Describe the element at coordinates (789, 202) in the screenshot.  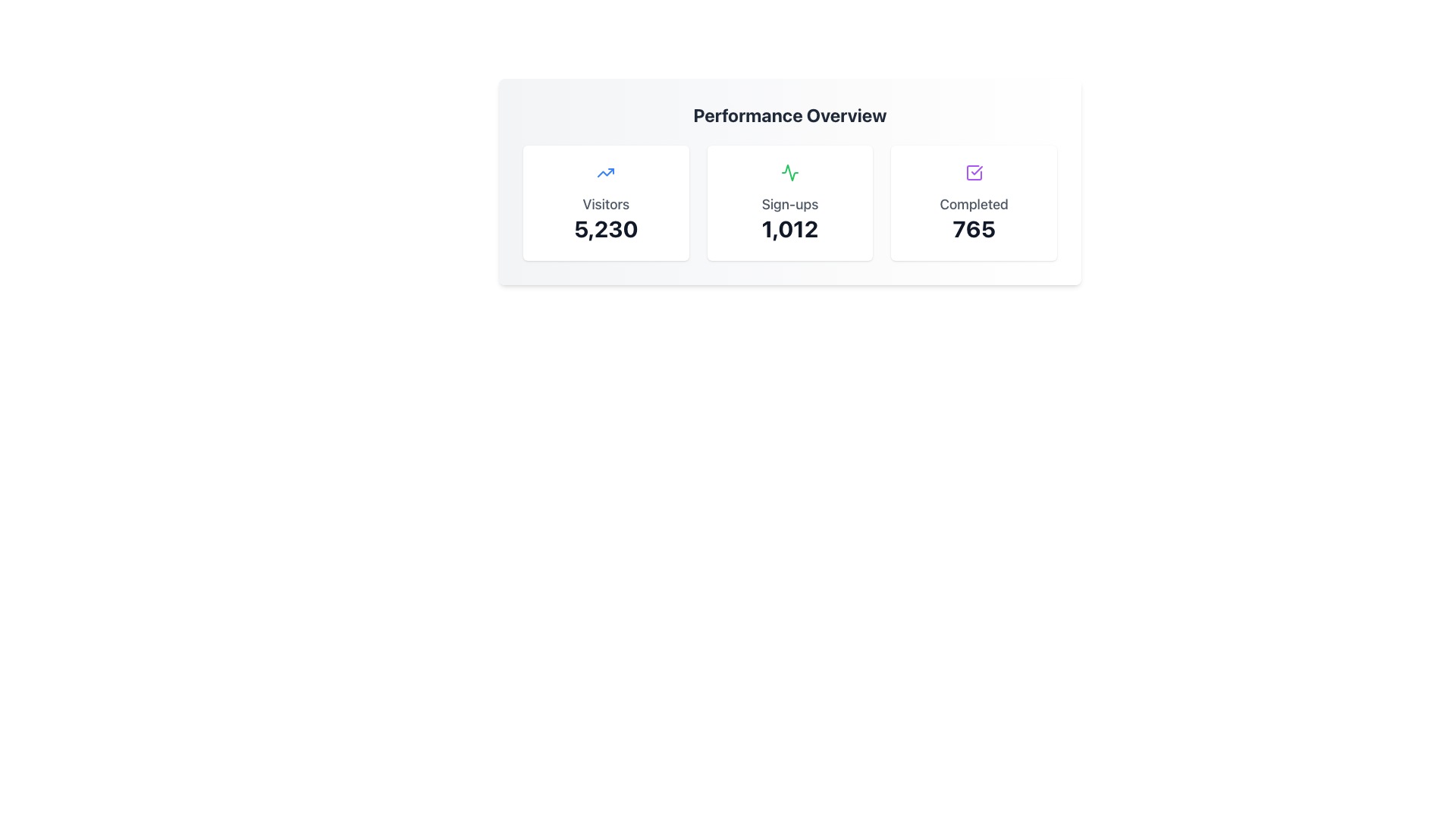
I see `the statistics displayed in the grid layout containing three information cards under the 'Performance Overview' title` at that location.